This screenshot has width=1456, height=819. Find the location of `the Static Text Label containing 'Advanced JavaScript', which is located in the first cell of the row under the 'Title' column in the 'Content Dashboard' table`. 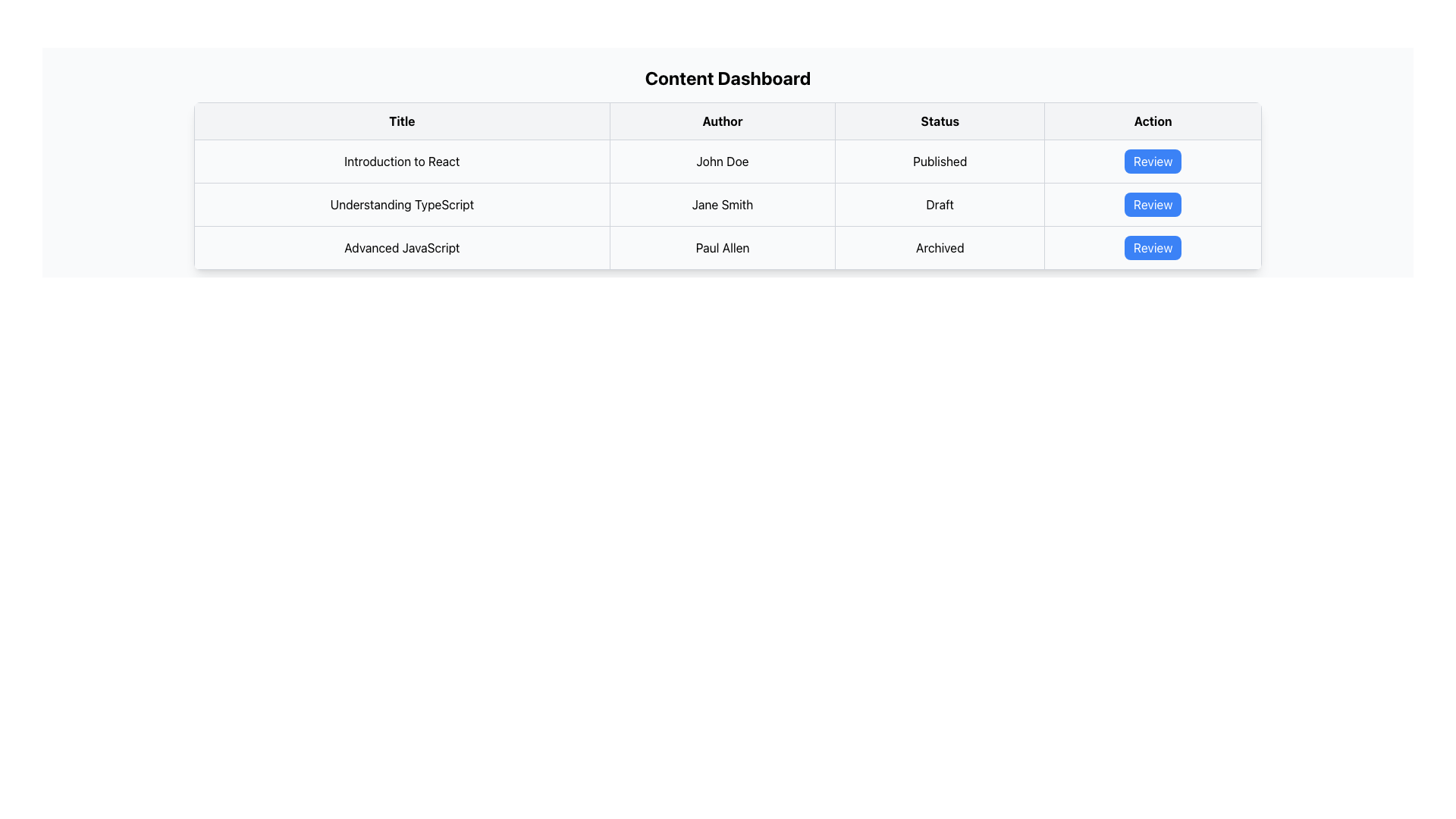

the Static Text Label containing 'Advanced JavaScript', which is located in the first cell of the row under the 'Title' column in the 'Content Dashboard' table is located at coordinates (402, 247).